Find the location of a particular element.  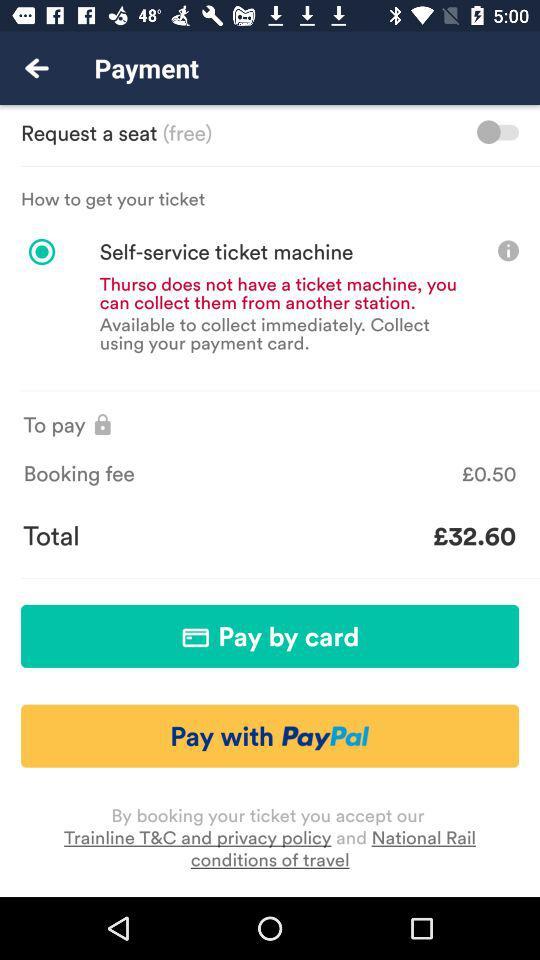

request toggle option is located at coordinates (496, 131).